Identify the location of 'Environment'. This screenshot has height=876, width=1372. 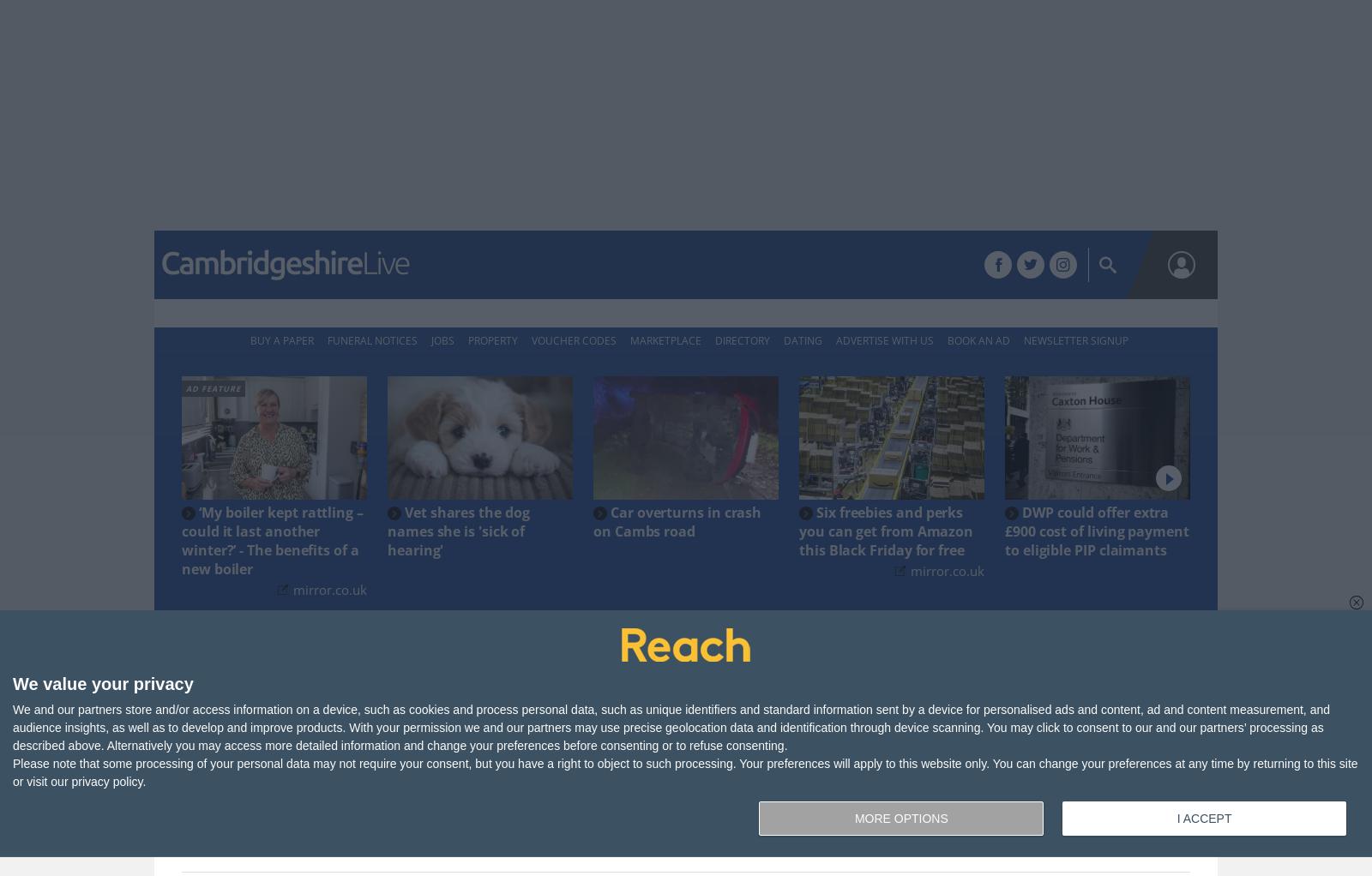
(889, 265).